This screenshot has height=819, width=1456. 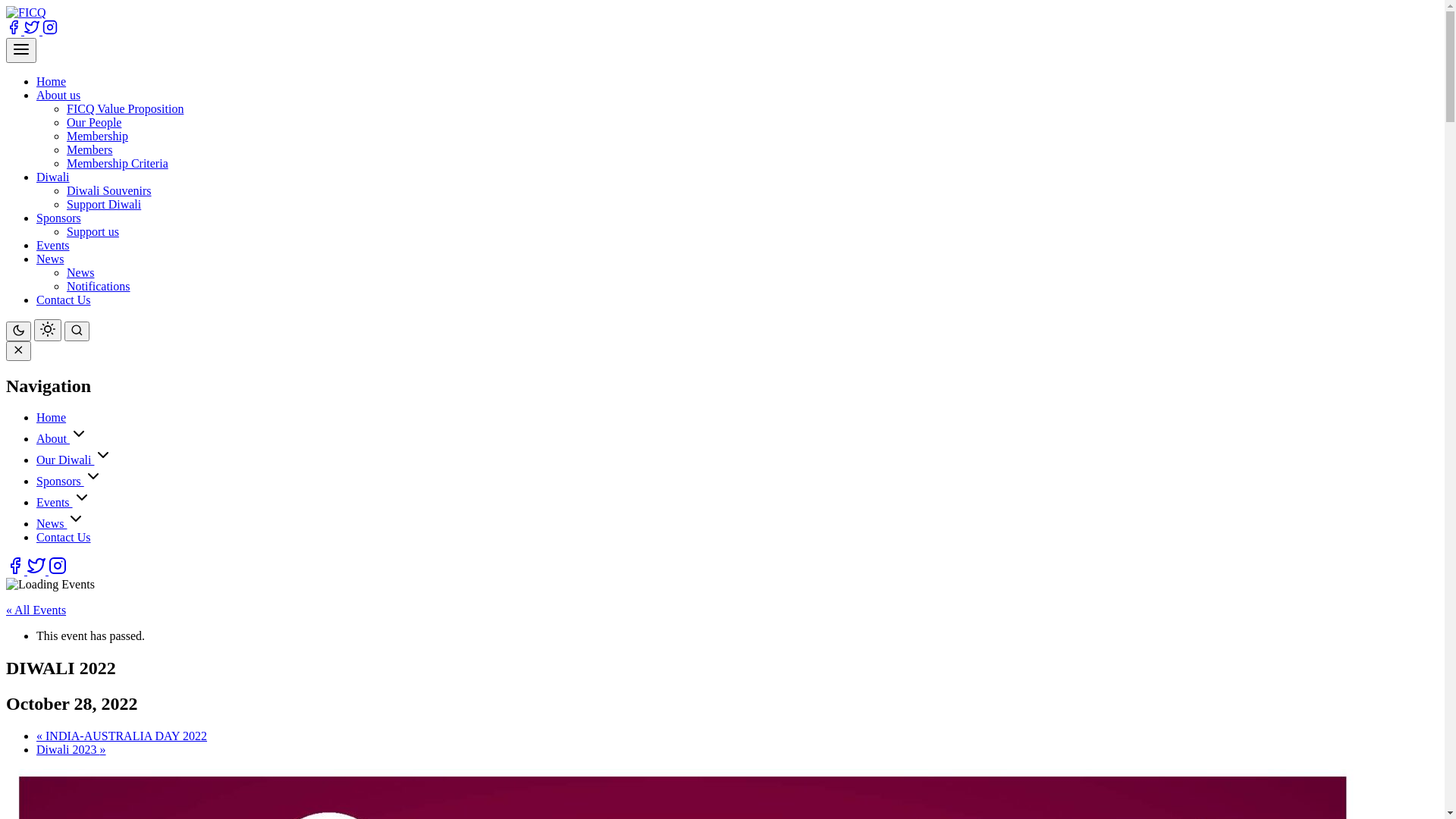 I want to click on 'Home', so click(x=51, y=417).